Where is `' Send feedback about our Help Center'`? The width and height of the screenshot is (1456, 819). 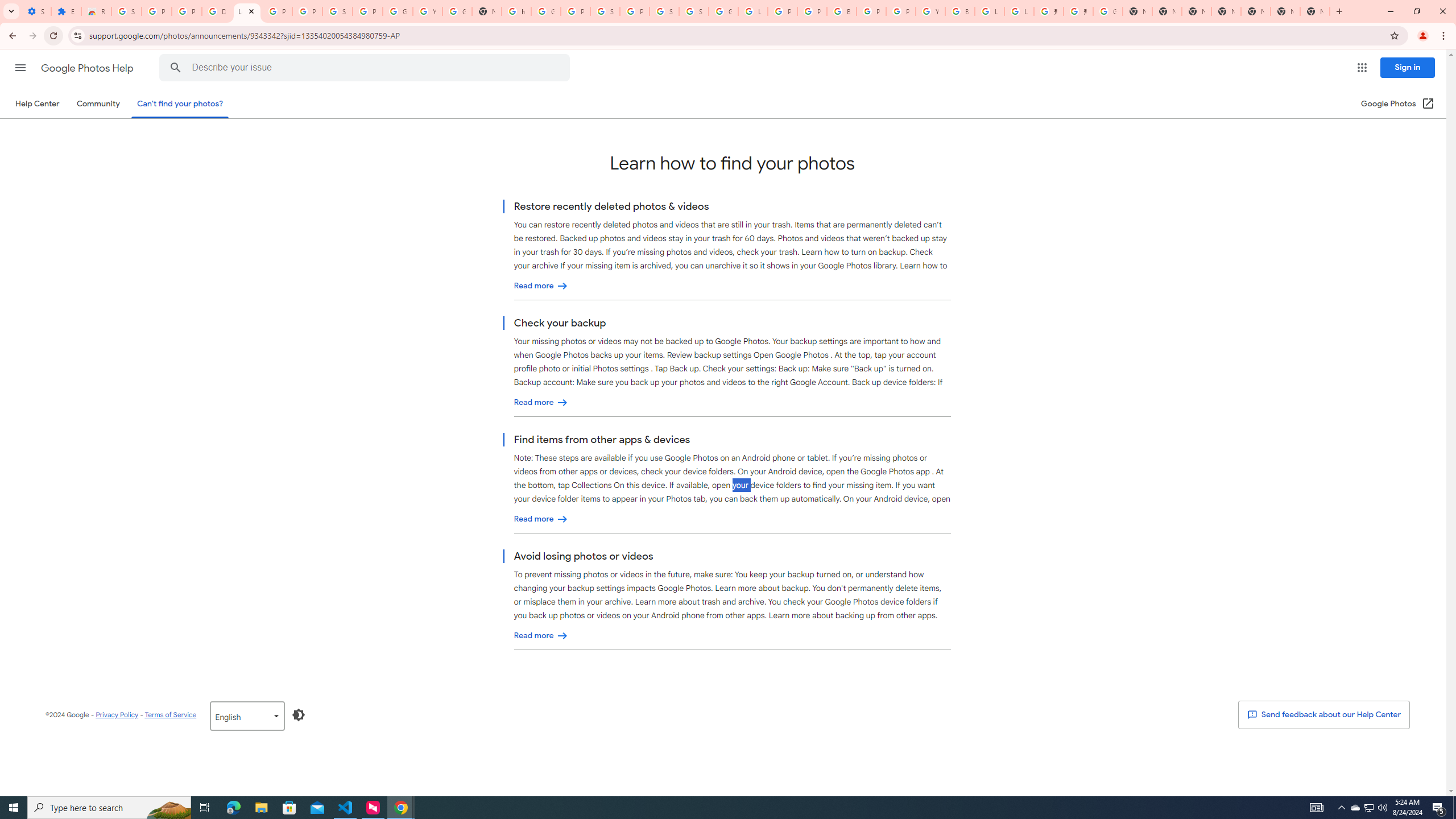
' Send feedback about our Help Center' is located at coordinates (1323, 714).